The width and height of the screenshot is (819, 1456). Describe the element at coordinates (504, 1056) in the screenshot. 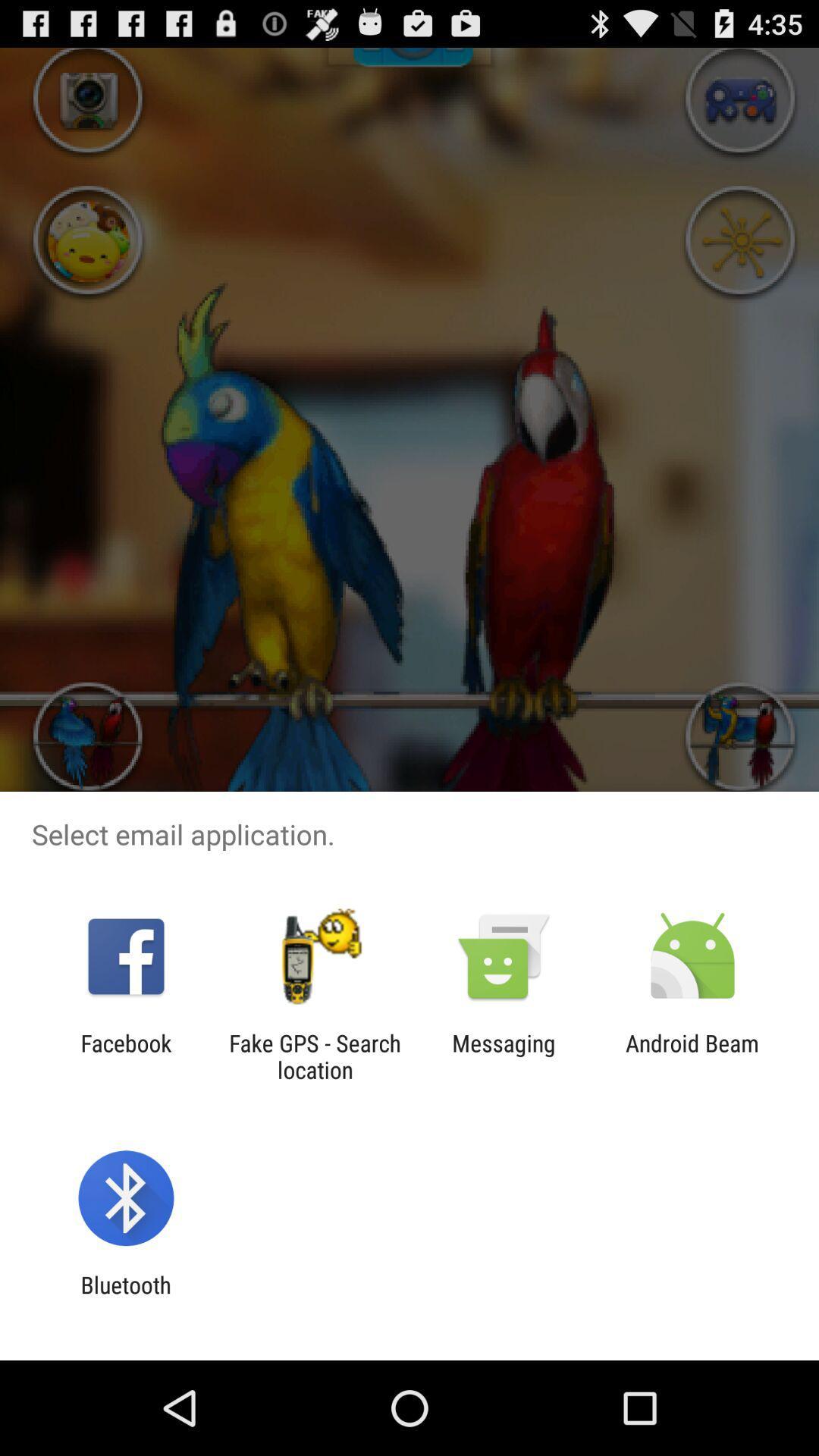

I see `icon next to the android beam icon` at that location.